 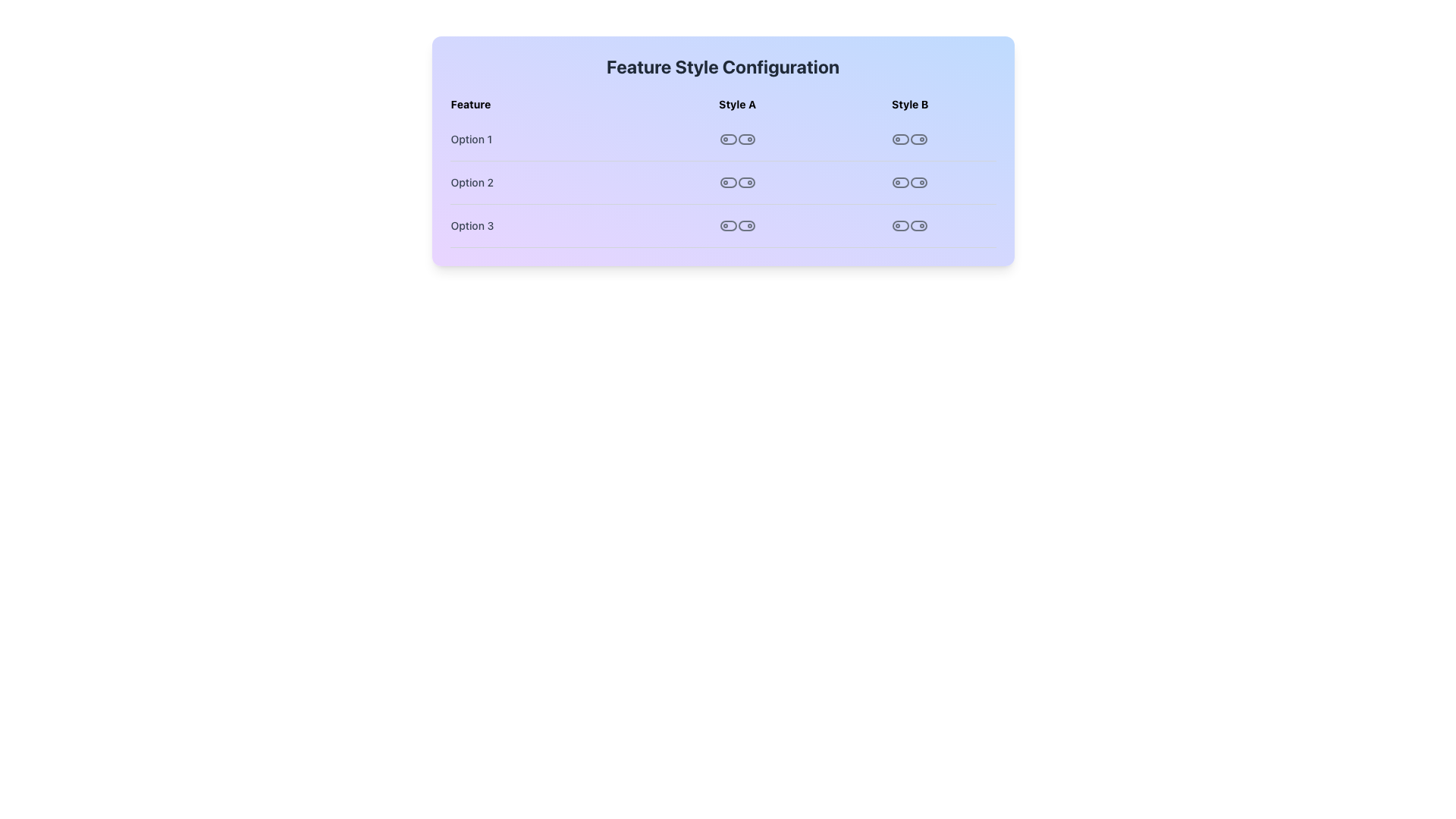 What do you see at coordinates (728, 140) in the screenshot?
I see `the inactive circular toggle switch button styled in gray, located in the first toggle of 'Style A' for 'Option 1'` at bounding box center [728, 140].